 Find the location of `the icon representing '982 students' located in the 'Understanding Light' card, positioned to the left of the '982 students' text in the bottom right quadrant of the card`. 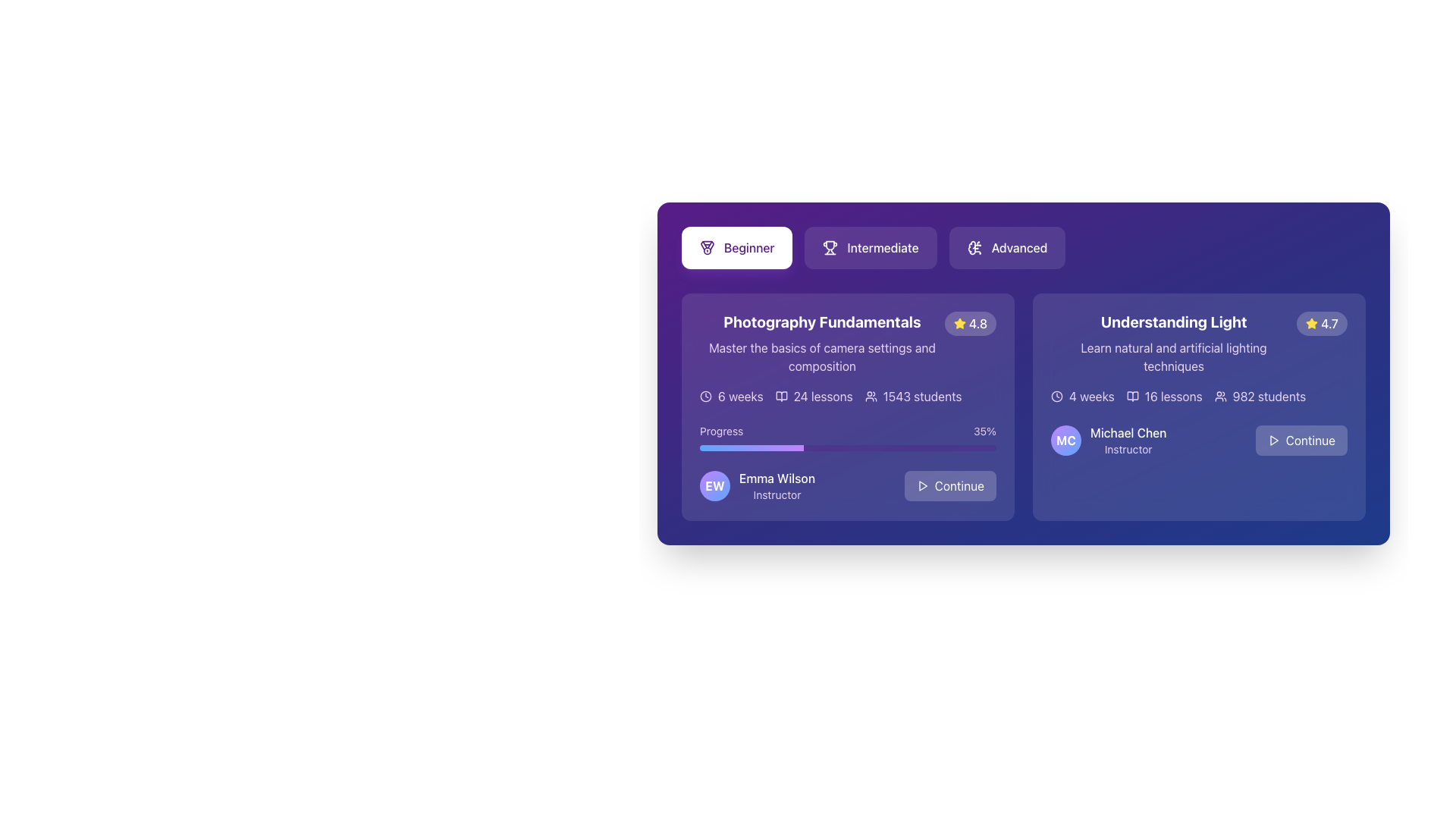

the icon representing '982 students' located in the 'Understanding Light' card, positioned to the left of the '982 students' text in the bottom right quadrant of the card is located at coordinates (1220, 396).